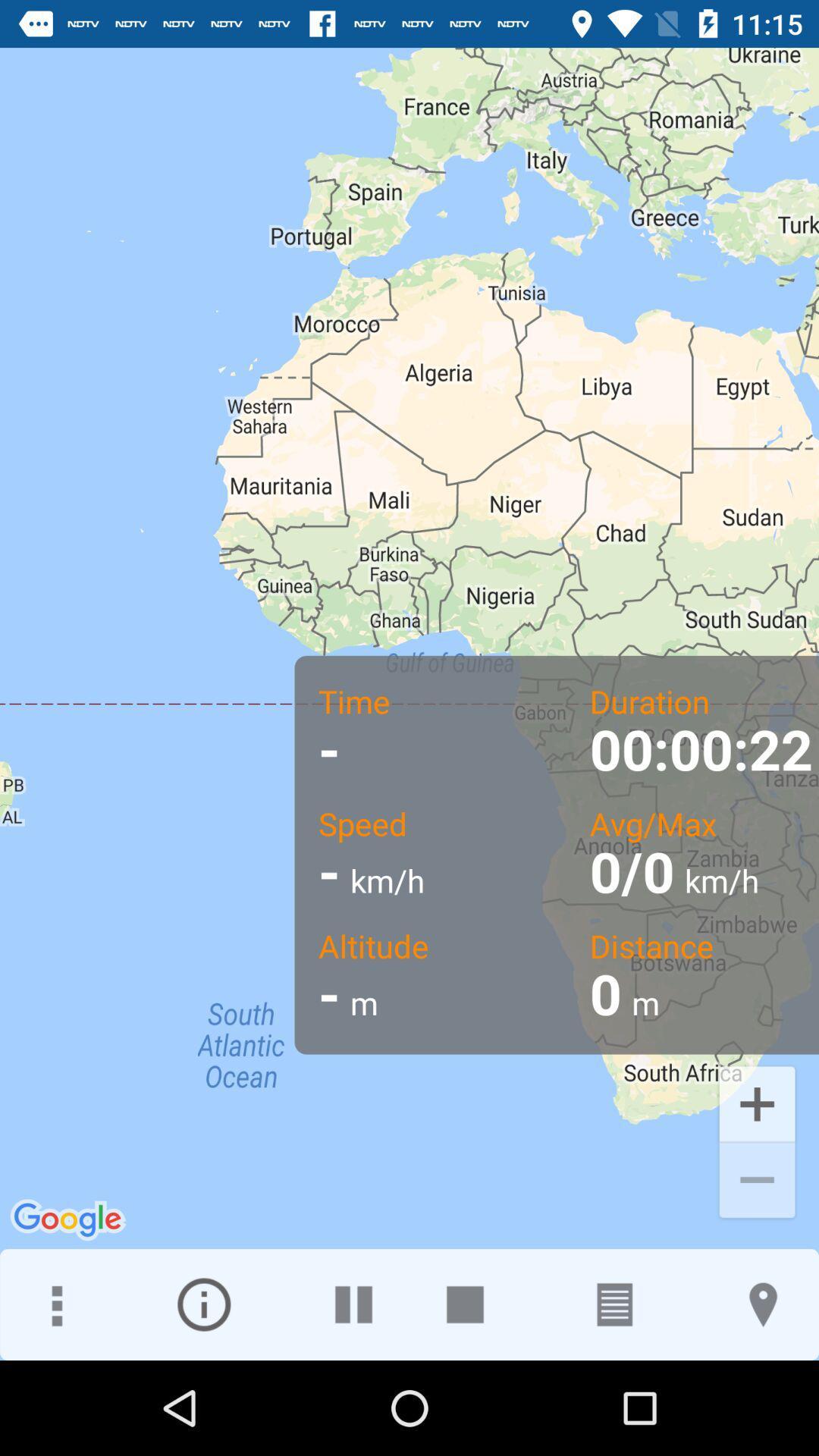 Image resolution: width=819 pixels, height=1456 pixels. I want to click on the location icon, so click(763, 1304).